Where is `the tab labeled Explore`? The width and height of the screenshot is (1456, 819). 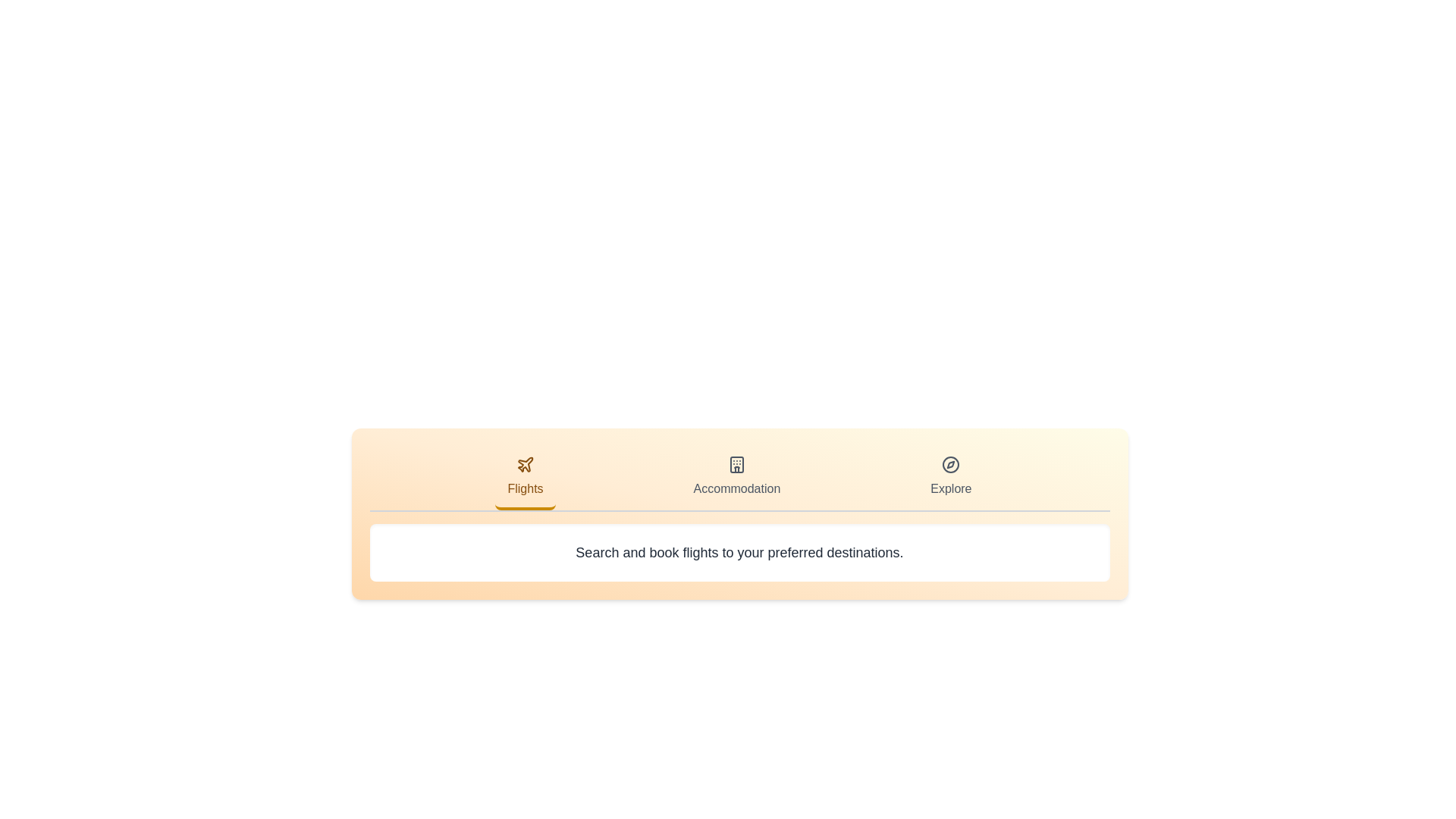 the tab labeled Explore is located at coordinates (949, 479).